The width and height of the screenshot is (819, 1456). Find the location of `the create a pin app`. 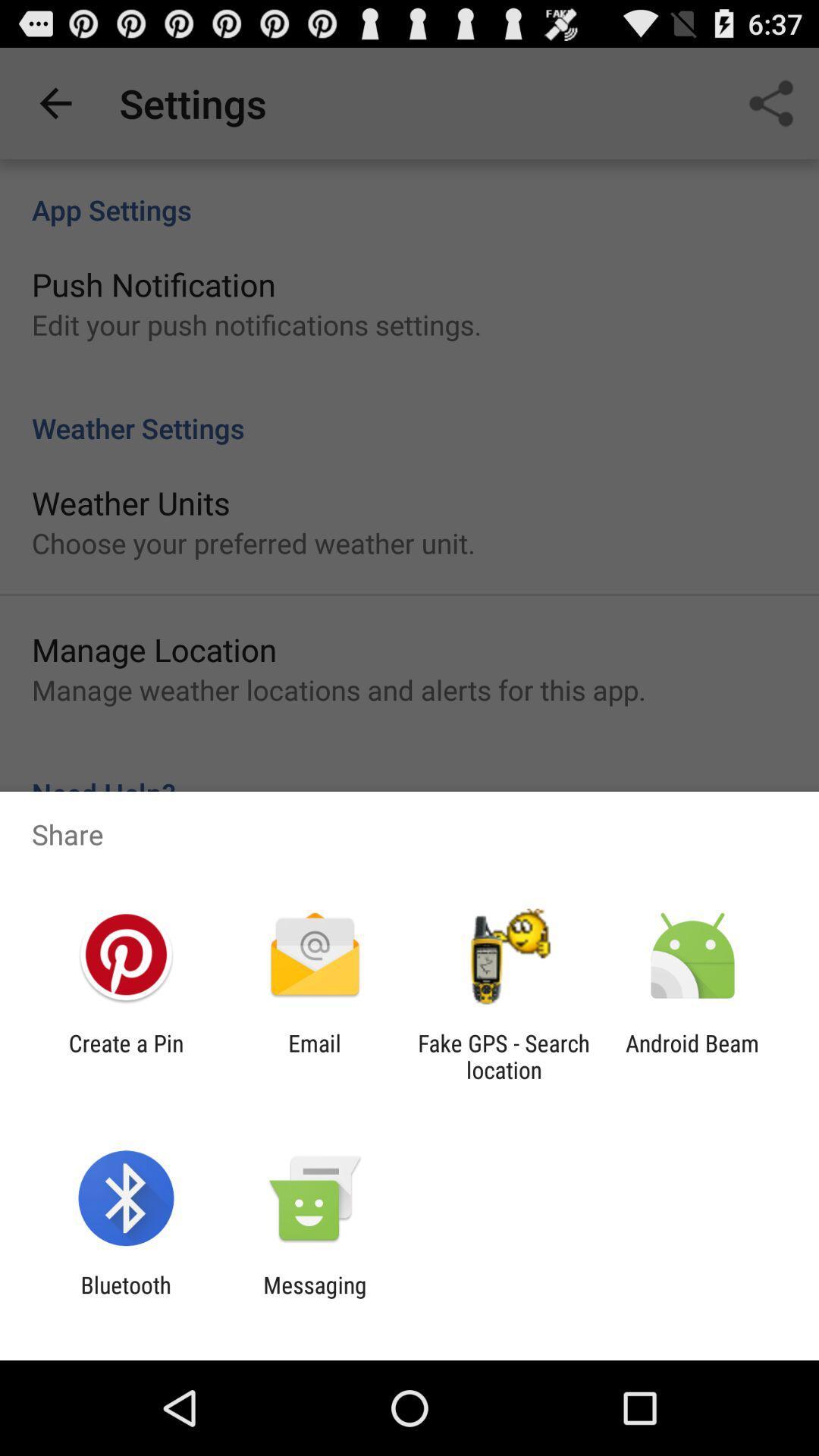

the create a pin app is located at coordinates (125, 1056).